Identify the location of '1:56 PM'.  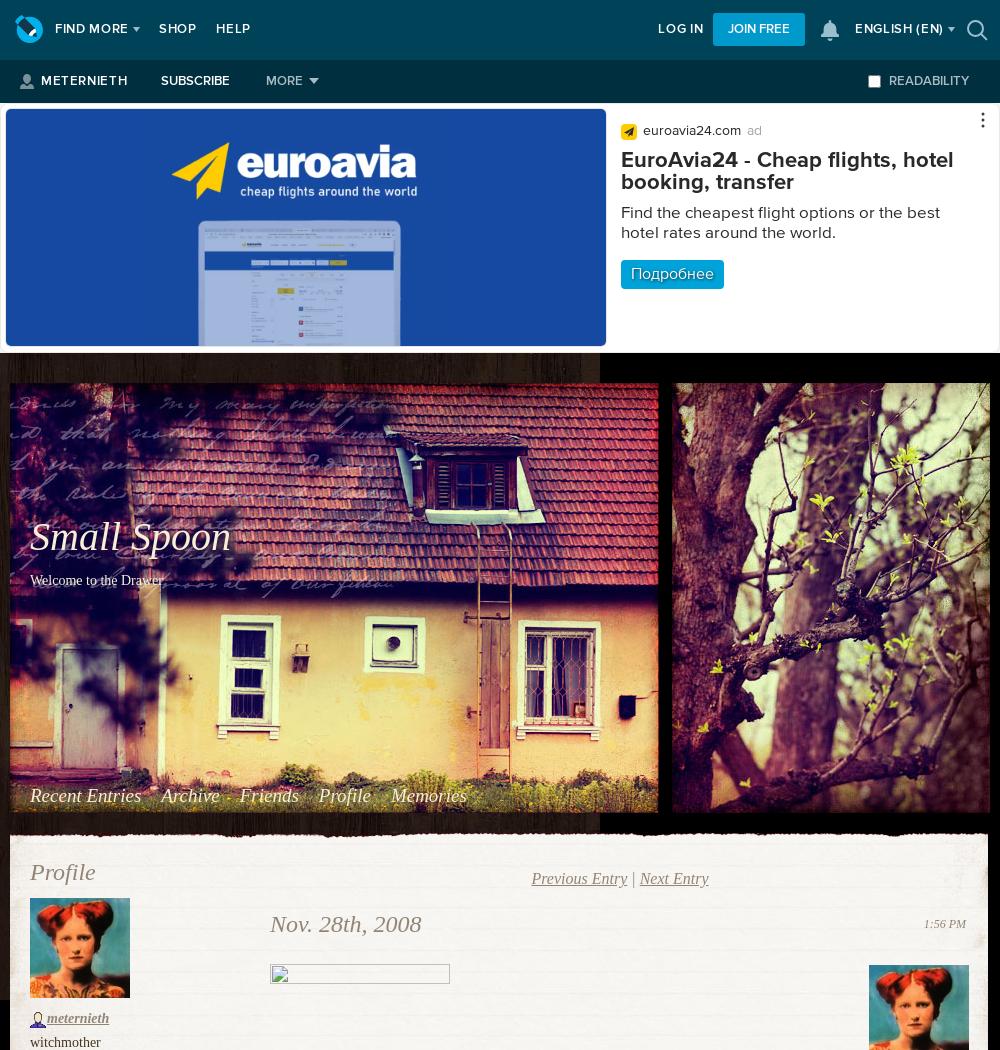
(943, 924).